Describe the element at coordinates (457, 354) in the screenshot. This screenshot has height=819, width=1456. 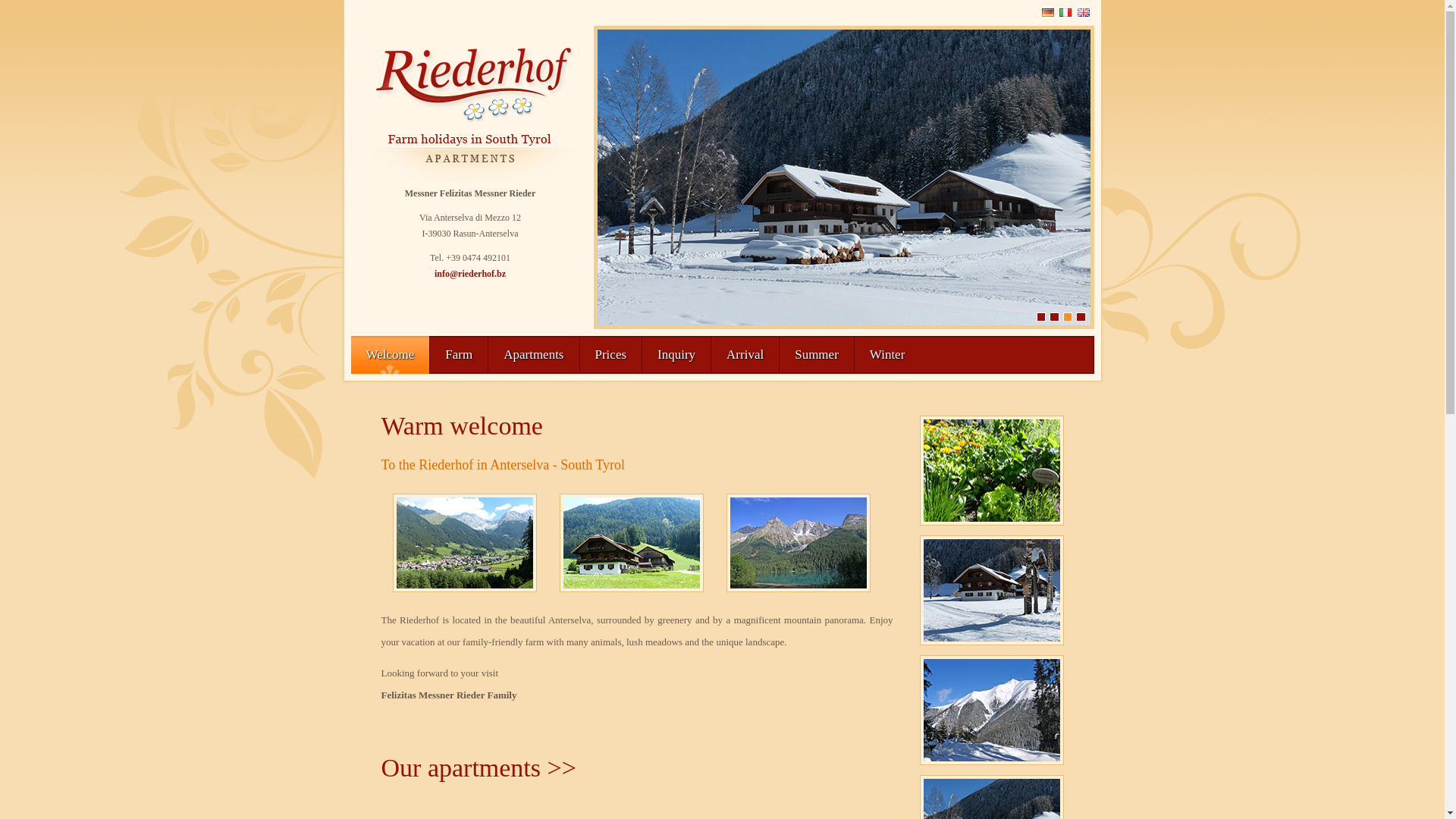
I see `'Farm'` at that location.